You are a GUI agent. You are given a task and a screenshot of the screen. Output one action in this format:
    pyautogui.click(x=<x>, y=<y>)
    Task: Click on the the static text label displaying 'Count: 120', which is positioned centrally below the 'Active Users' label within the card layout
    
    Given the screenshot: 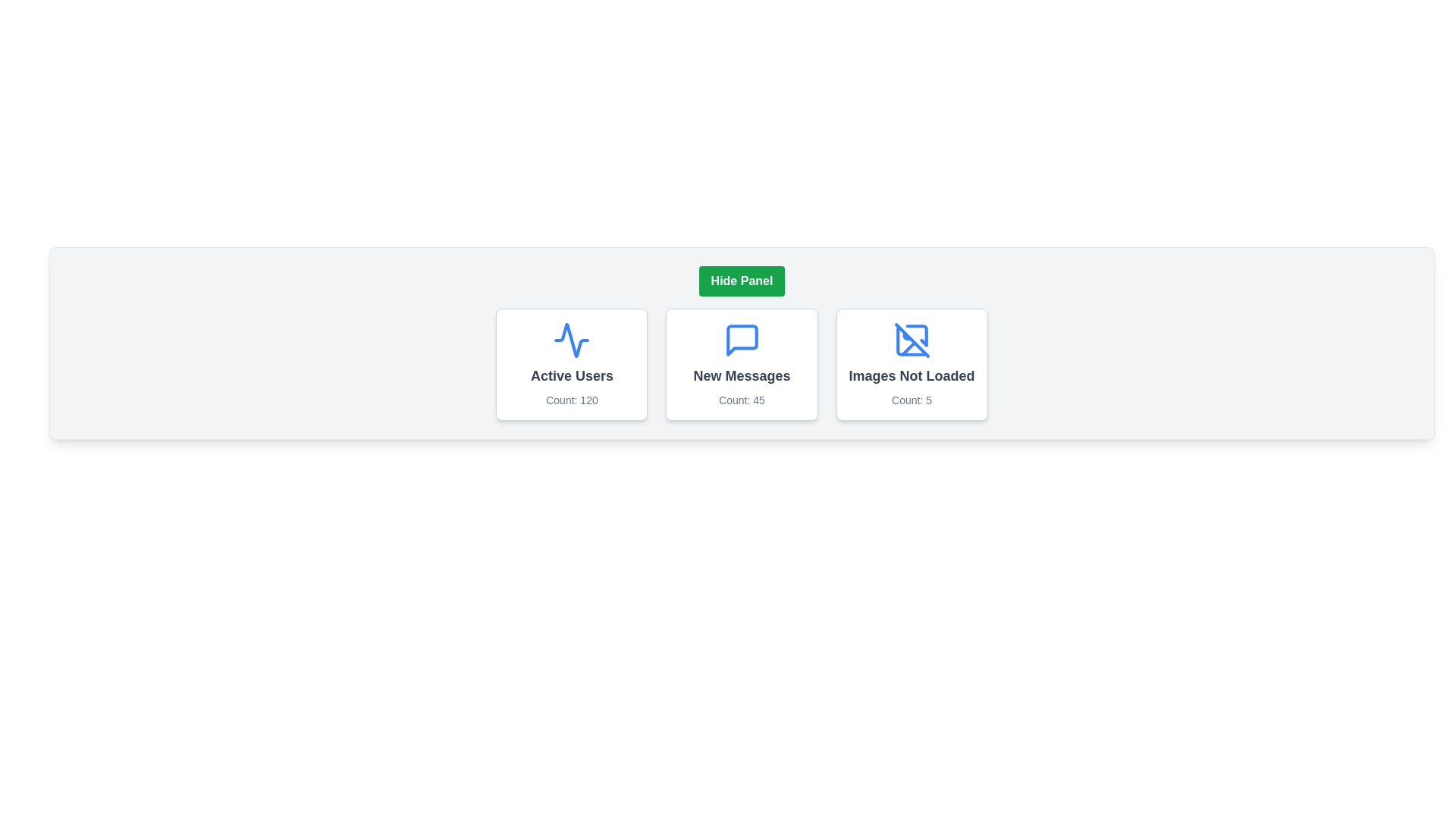 What is the action you would take?
    pyautogui.click(x=571, y=400)
    